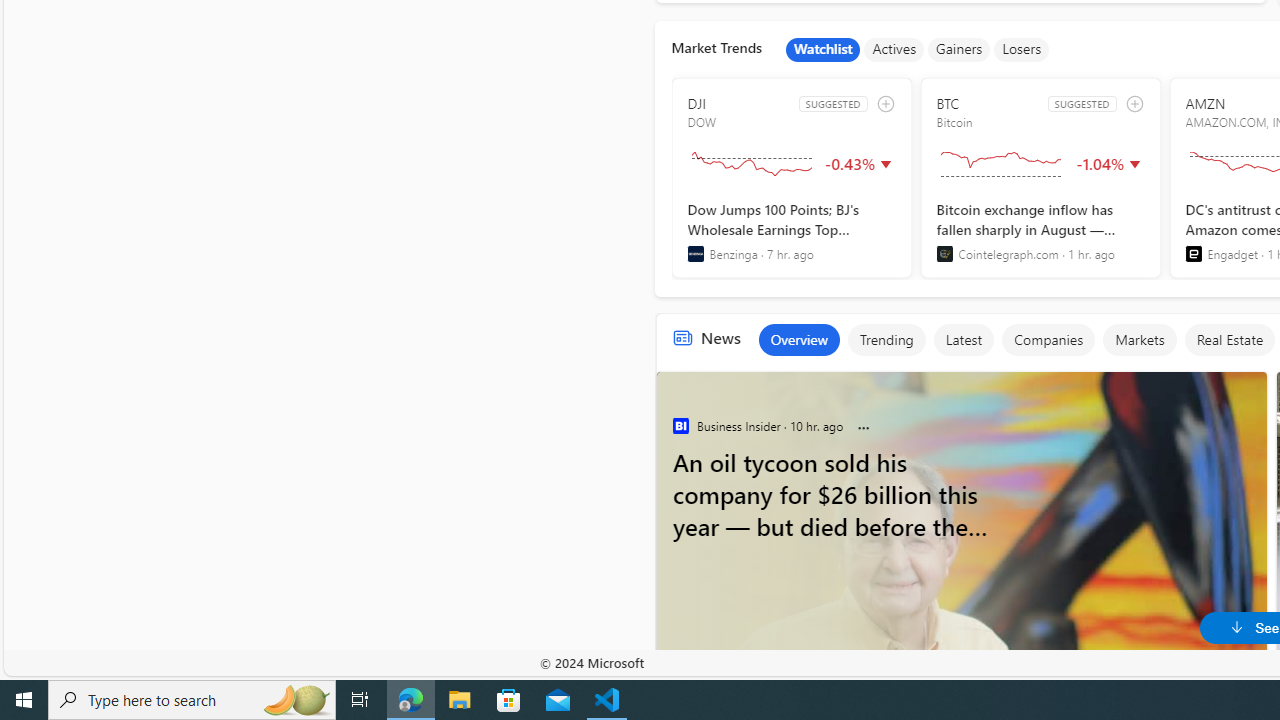 This screenshot has width=1280, height=720. I want to click on 'Engadget', so click(1193, 253).